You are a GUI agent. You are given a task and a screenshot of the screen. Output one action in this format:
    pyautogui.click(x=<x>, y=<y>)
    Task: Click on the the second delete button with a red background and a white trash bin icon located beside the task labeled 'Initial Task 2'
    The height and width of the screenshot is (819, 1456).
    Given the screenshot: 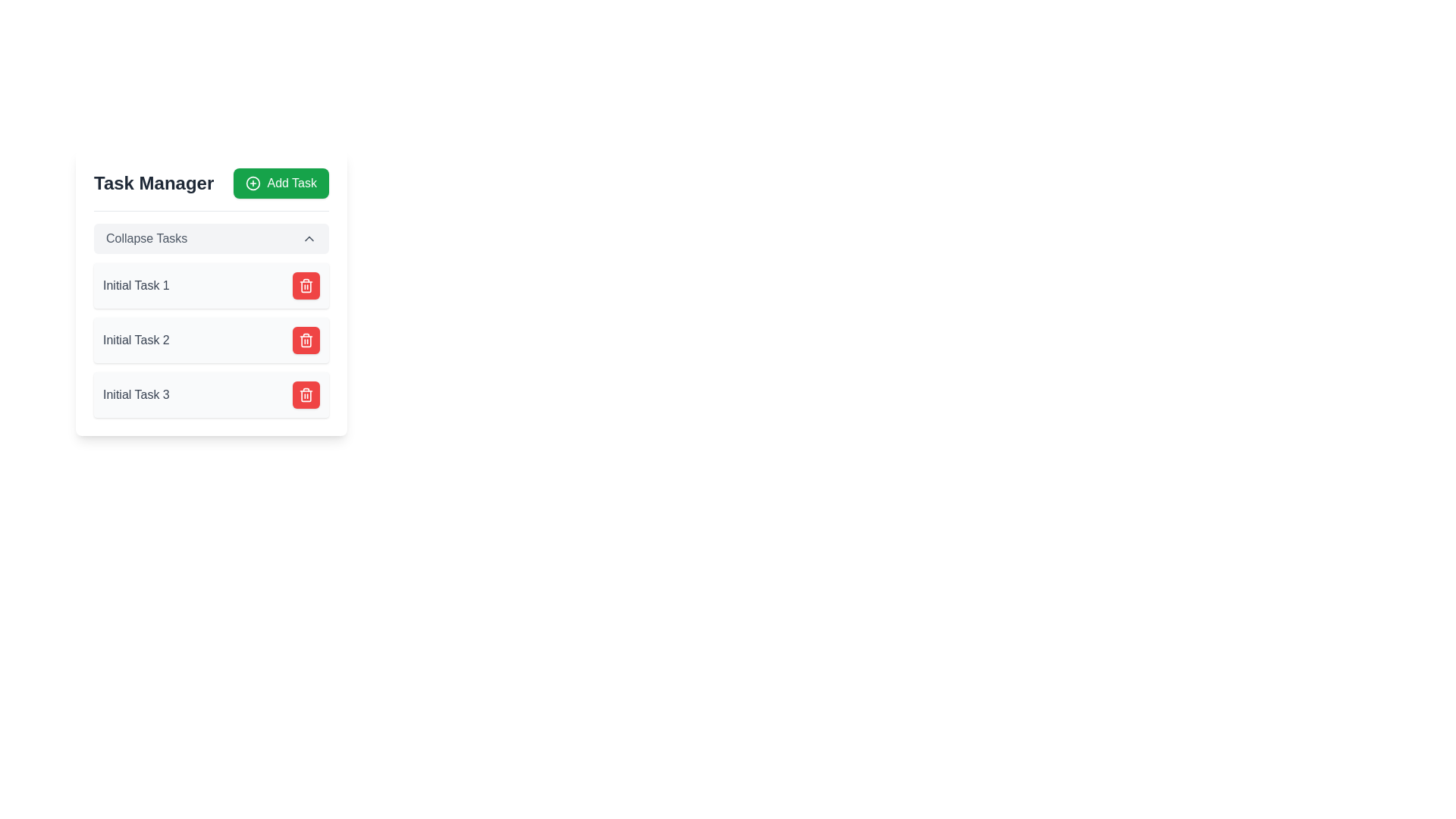 What is the action you would take?
    pyautogui.click(x=305, y=339)
    